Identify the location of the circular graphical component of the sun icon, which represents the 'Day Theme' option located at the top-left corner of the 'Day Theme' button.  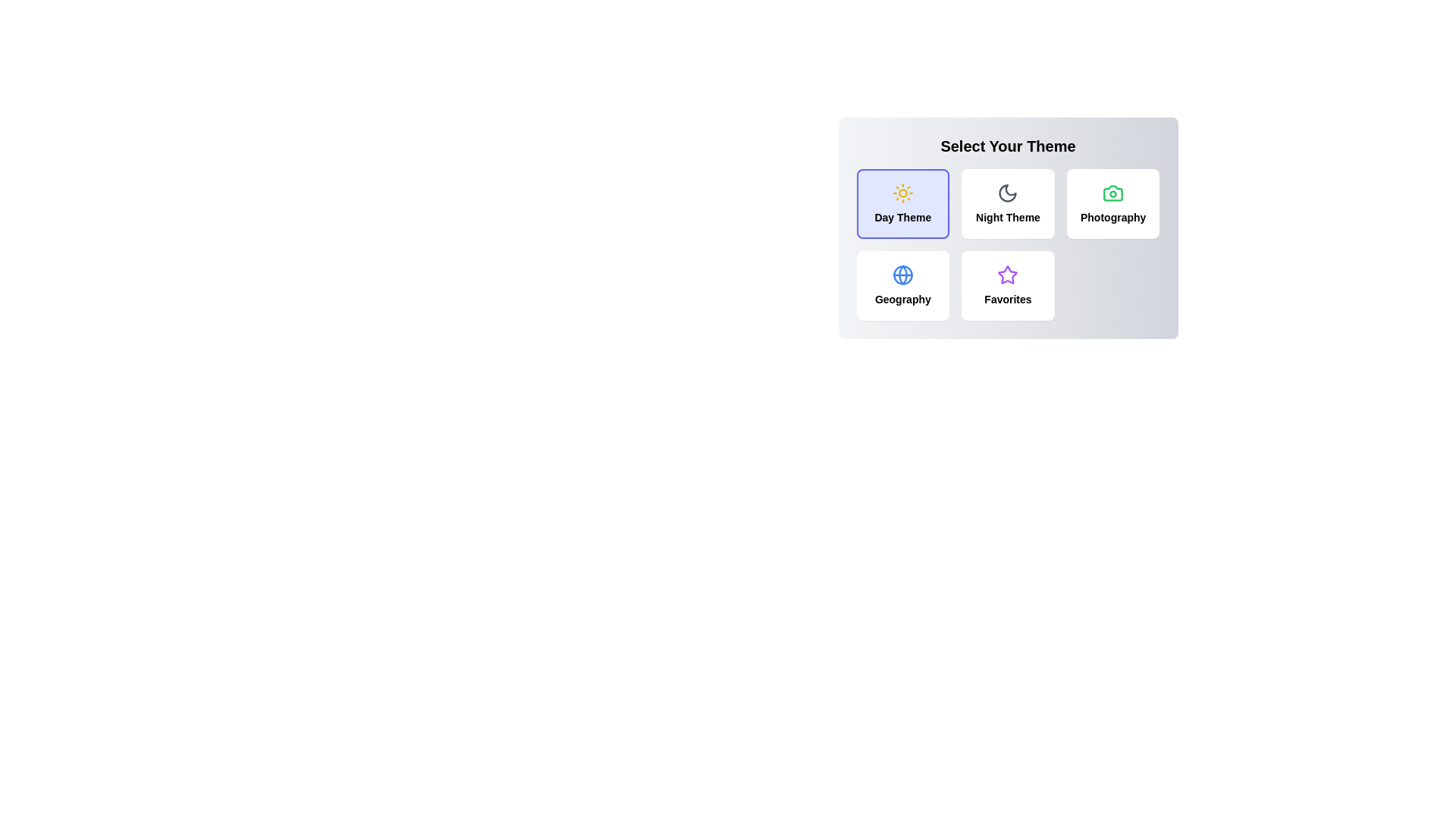
(902, 192).